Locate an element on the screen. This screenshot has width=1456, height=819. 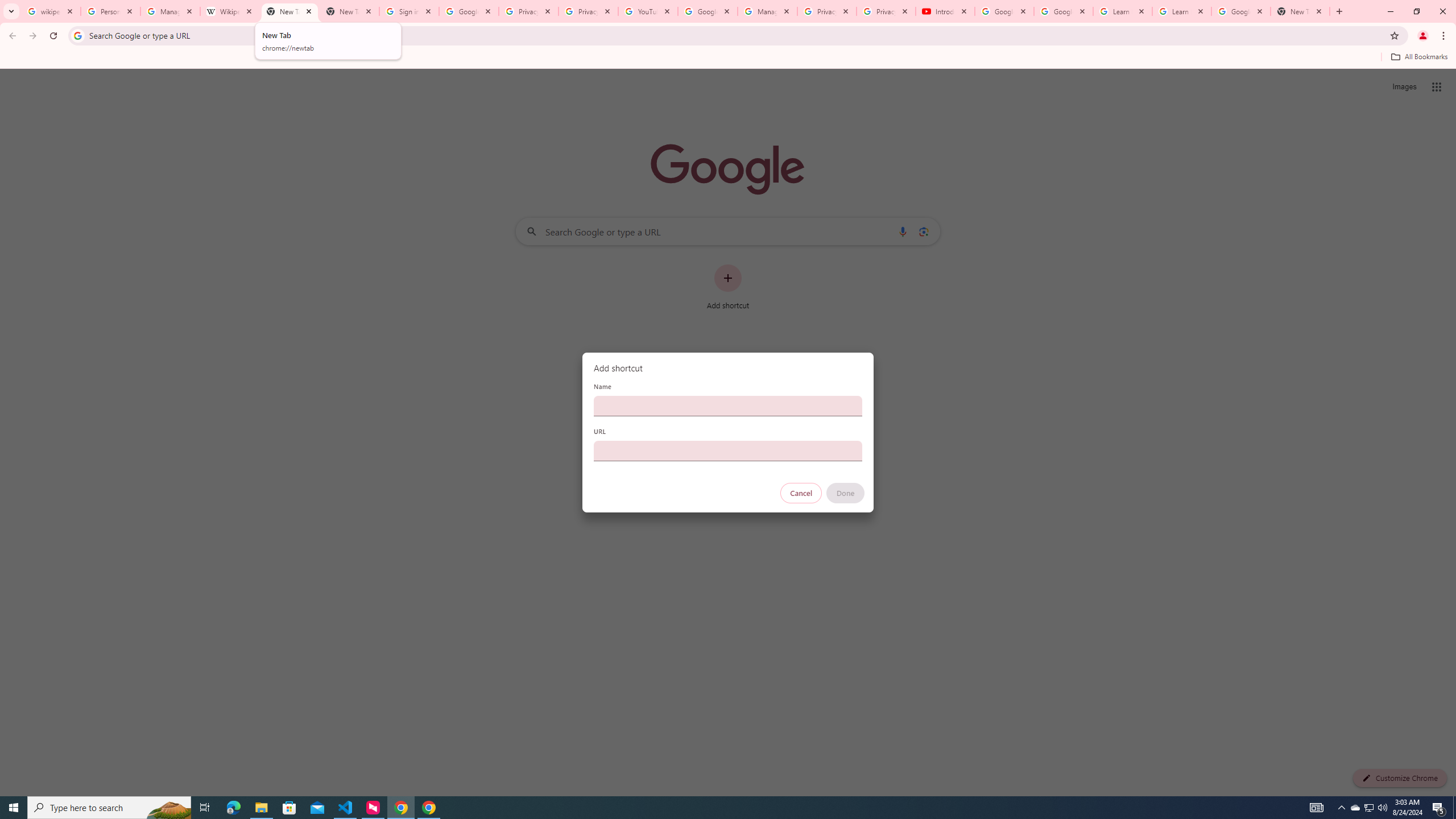
'YouTube' is located at coordinates (647, 11).